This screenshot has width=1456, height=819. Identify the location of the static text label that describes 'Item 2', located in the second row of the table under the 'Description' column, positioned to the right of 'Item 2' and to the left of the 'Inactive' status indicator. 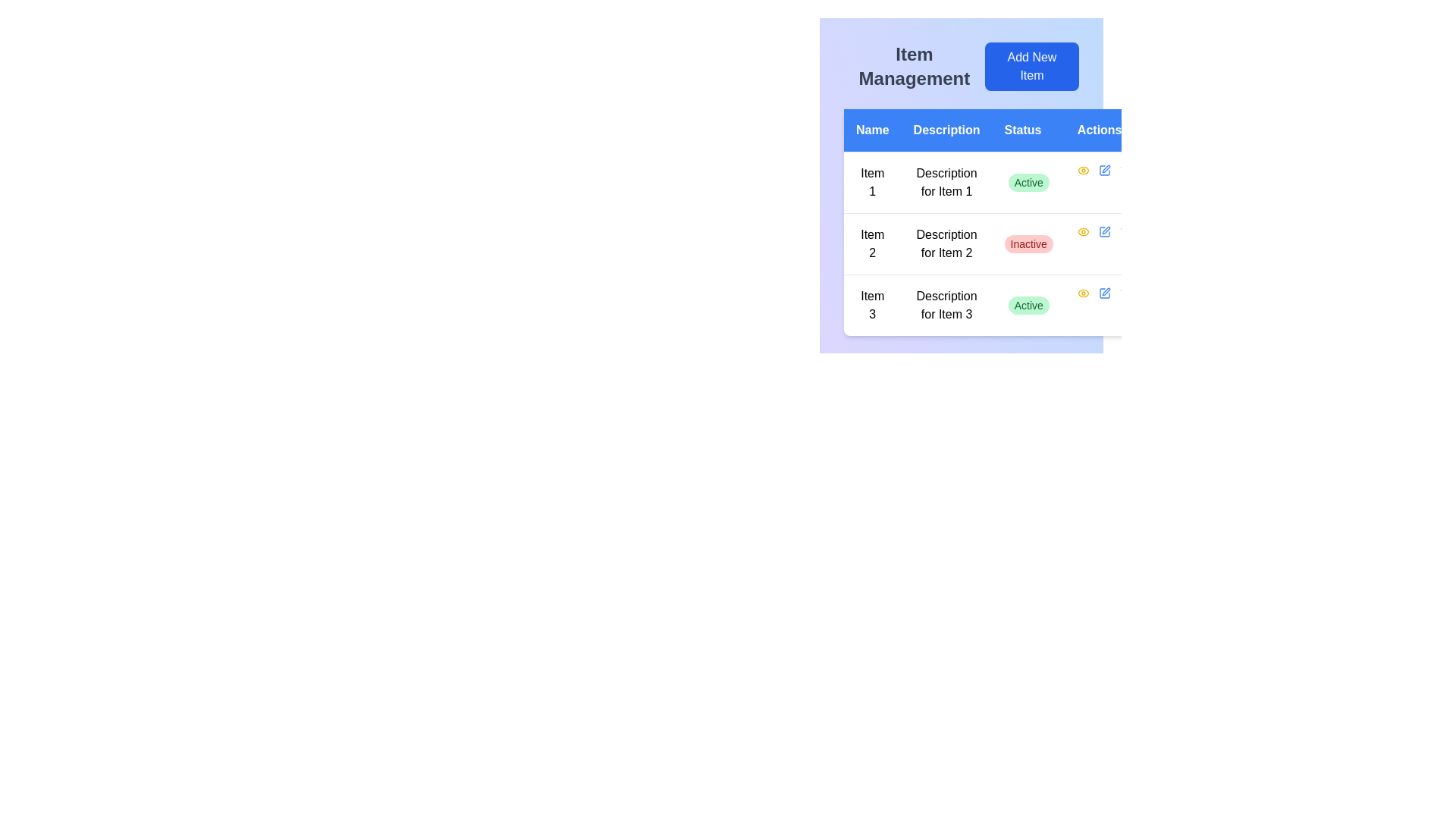
(946, 243).